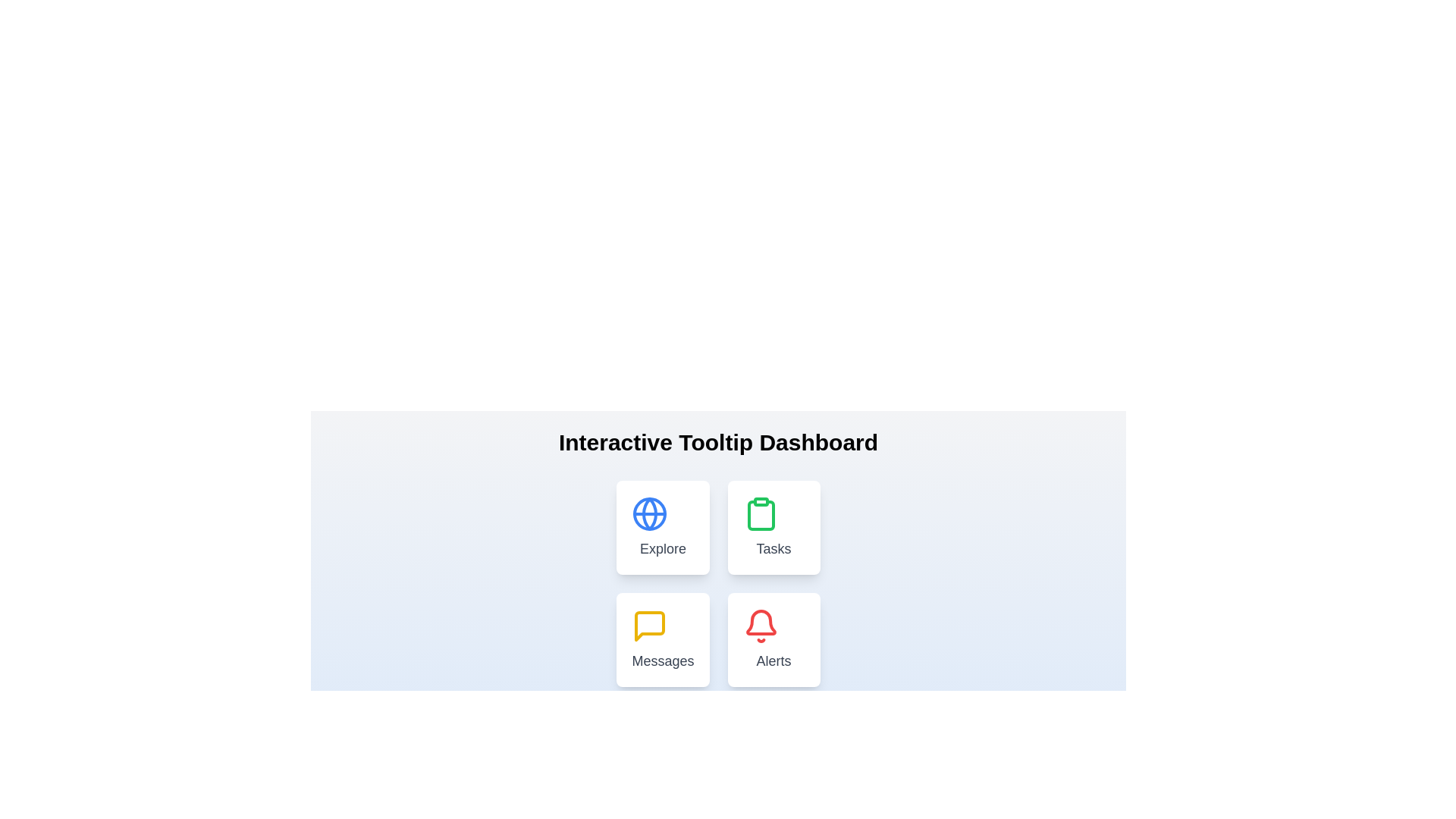 This screenshot has width=1456, height=819. I want to click on the globe icon with a blue outline located in the top-left corner of the grid to initiate an explore-related action, so click(650, 513).